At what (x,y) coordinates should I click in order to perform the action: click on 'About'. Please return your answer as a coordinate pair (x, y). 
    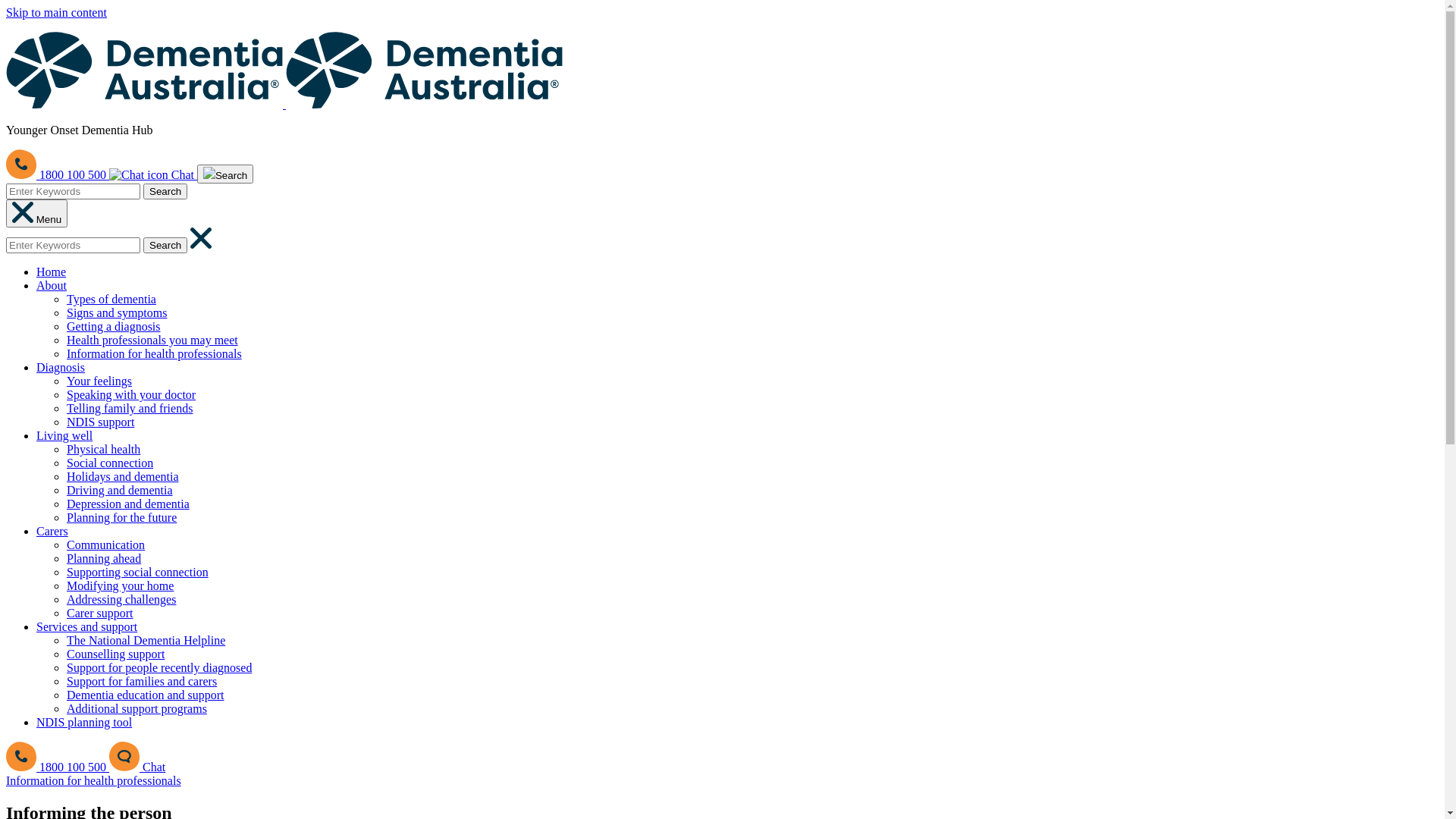
    Looking at the image, I should click on (51, 285).